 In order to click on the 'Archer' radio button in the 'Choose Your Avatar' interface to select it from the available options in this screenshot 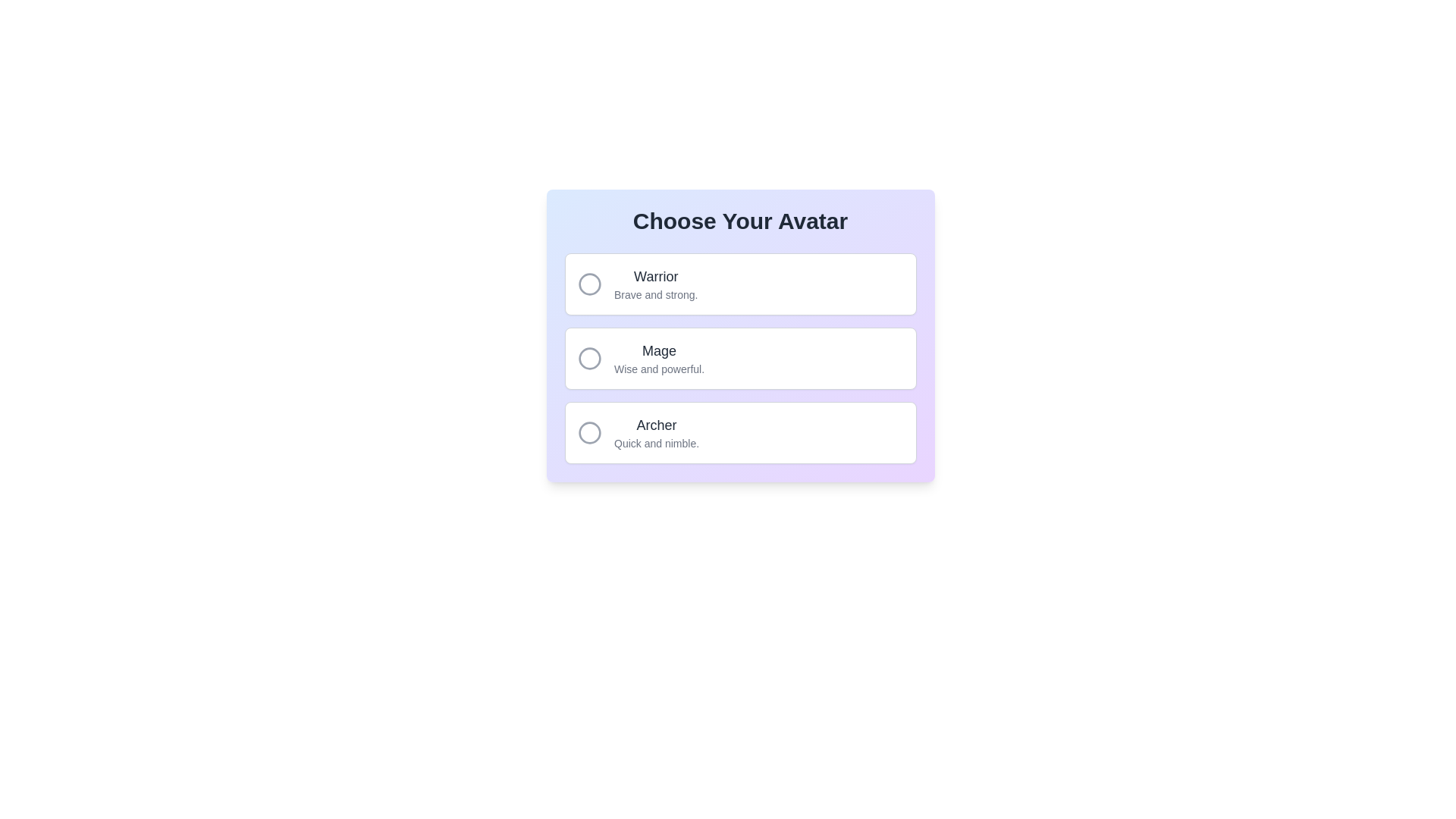, I will do `click(588, 432)`.